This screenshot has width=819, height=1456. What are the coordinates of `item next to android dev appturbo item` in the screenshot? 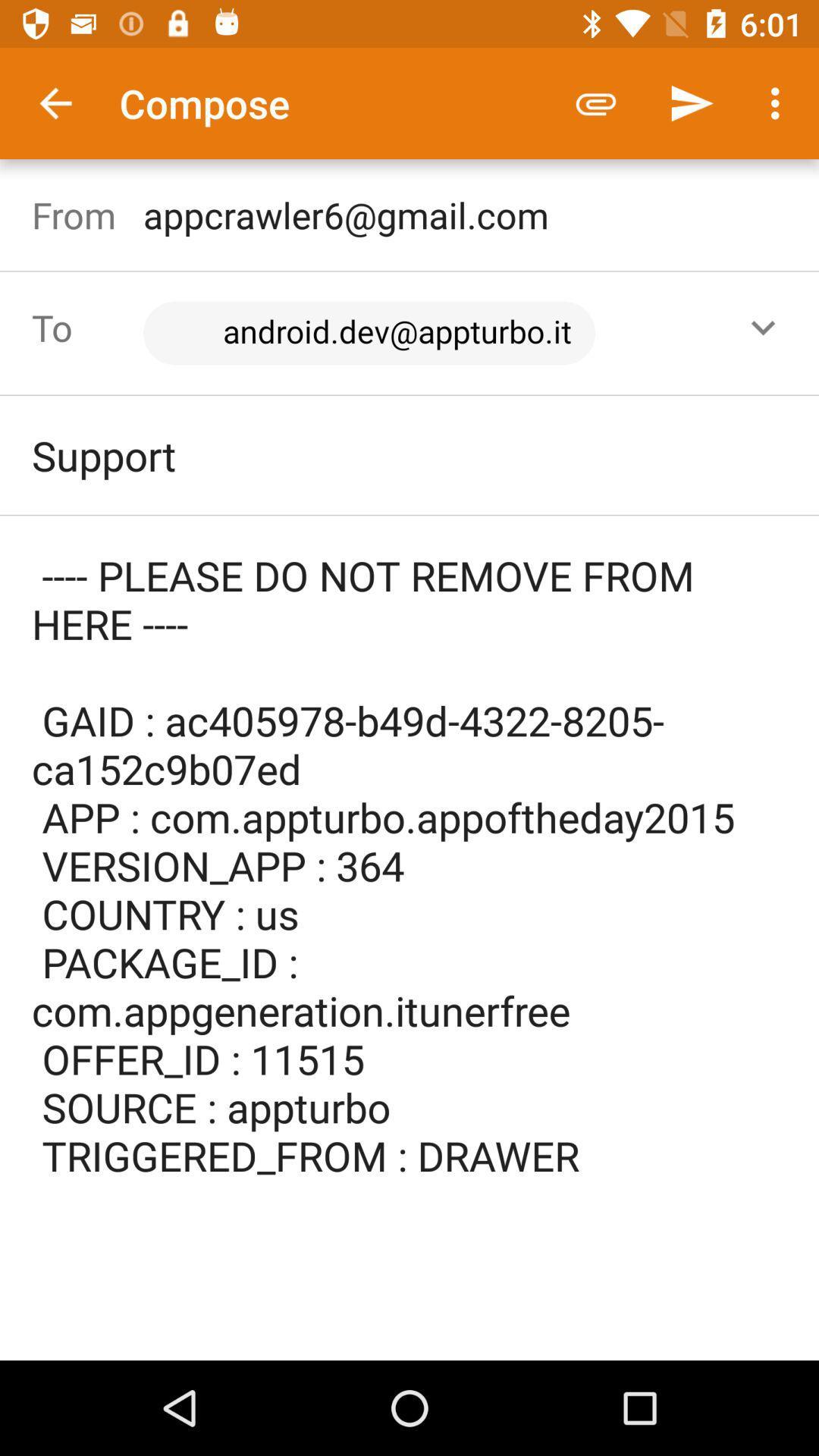 It's located at (763, 327).